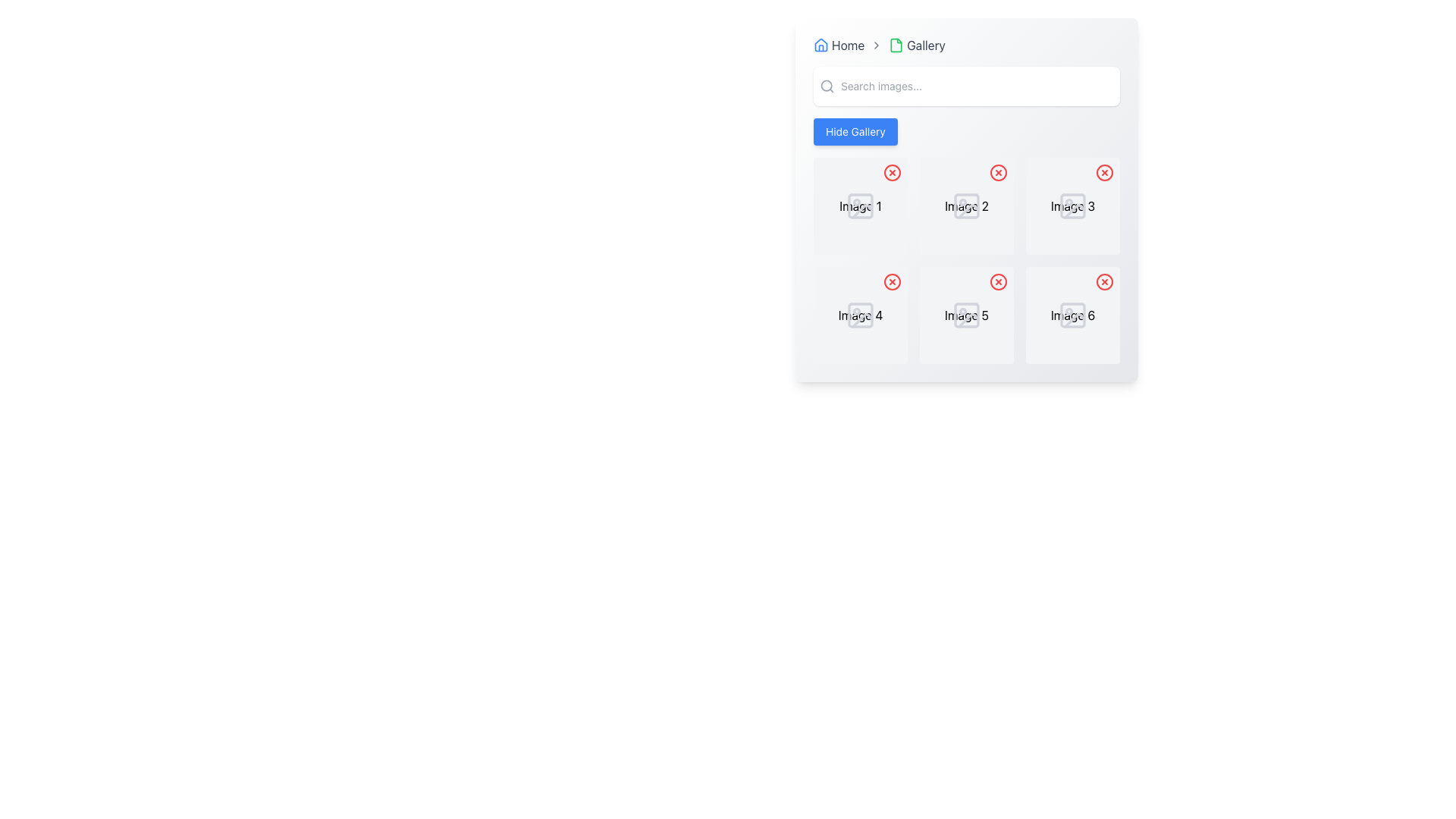  Describe the element at coordinates (1072, 206) in the screenshot. I see `the text label 'Image 3' located below the image placeholder in the first row and third column of the gallery grid to interact with adjacent components` at that location.